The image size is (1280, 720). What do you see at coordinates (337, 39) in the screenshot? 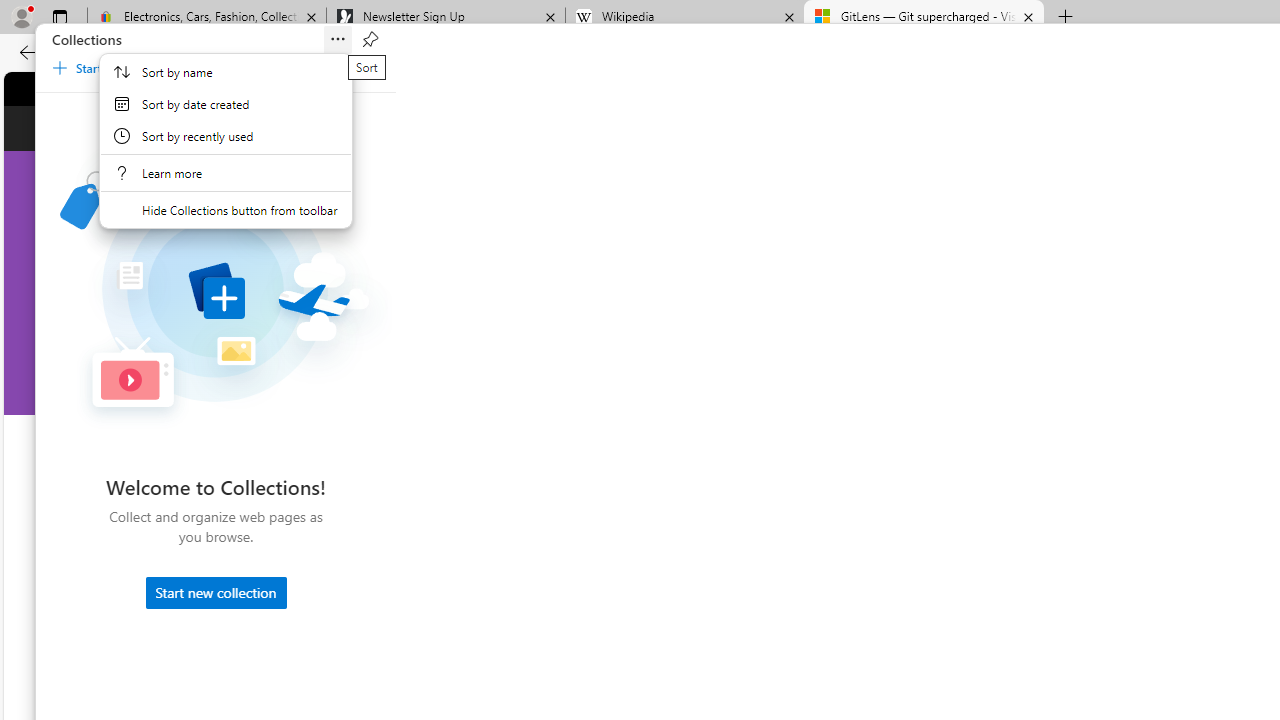
I see `'Sort'` at bounding box center [337, 39].